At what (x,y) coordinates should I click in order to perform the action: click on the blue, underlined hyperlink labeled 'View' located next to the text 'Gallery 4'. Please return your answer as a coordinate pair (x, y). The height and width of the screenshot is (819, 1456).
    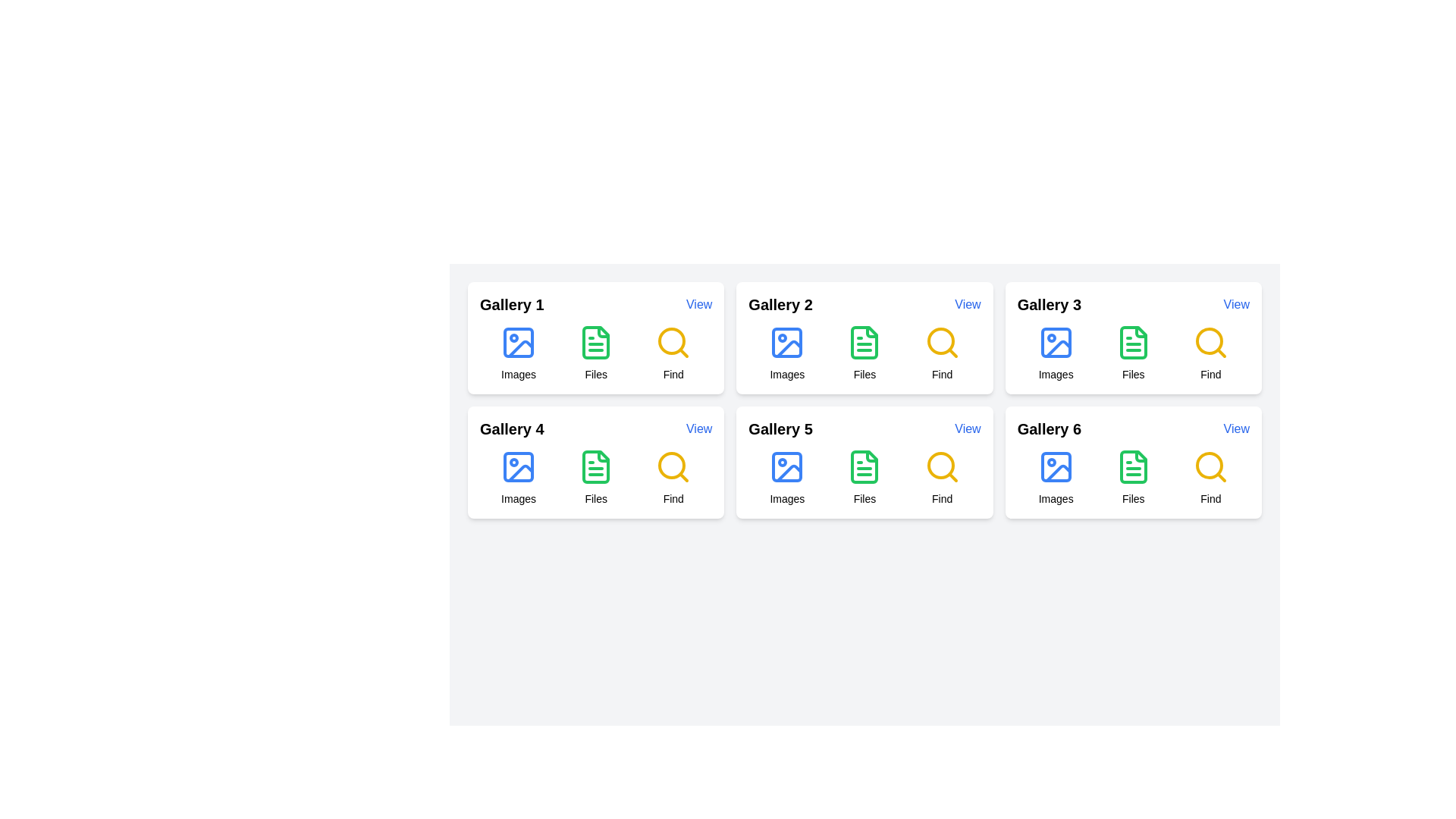
    Looking at the image, I should click on (698, 429).